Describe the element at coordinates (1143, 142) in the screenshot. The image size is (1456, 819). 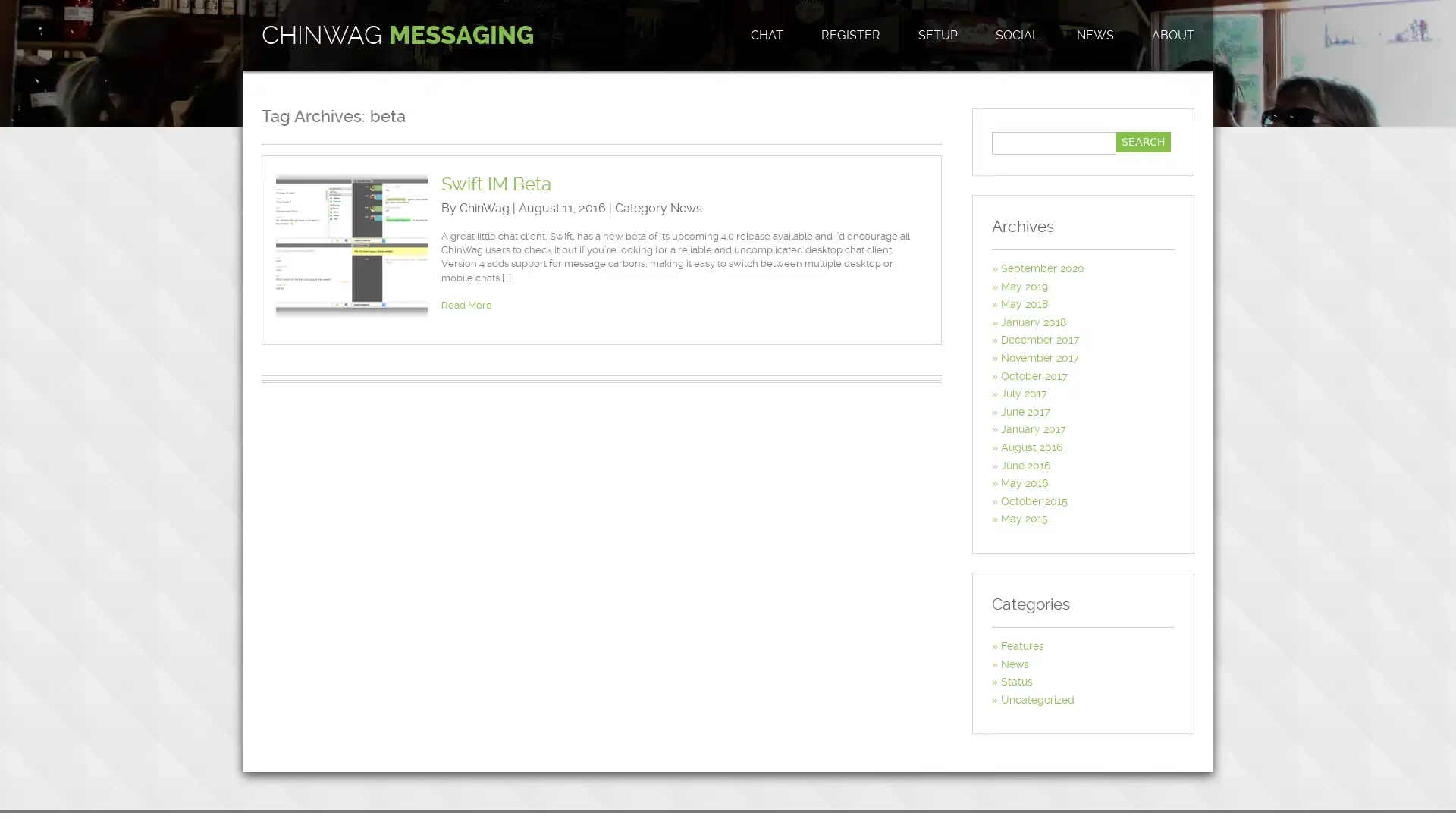
I see `Search` at that location.